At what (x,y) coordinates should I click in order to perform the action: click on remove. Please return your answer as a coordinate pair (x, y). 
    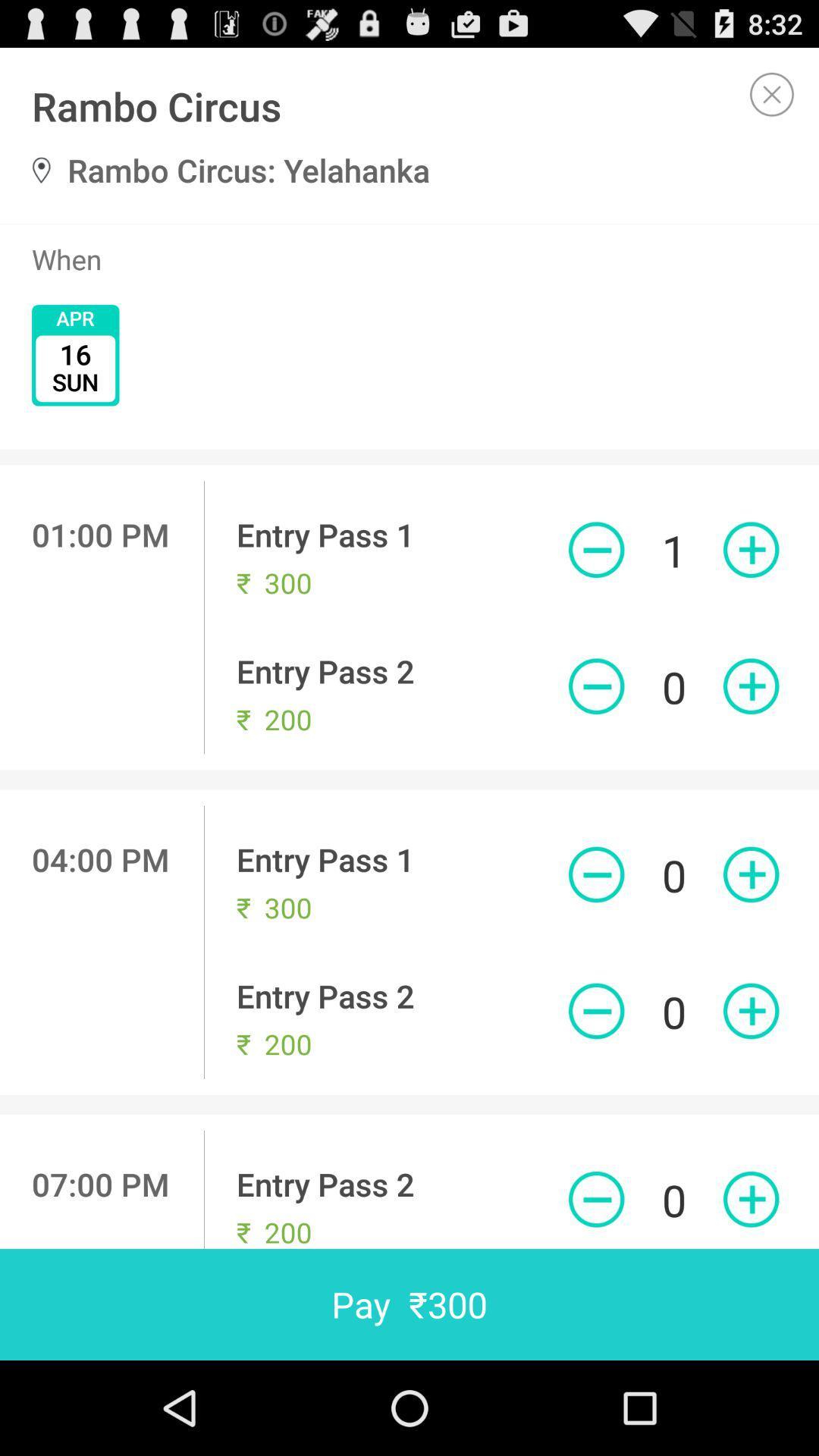
    Looking at the image, I should click on (595, 549).